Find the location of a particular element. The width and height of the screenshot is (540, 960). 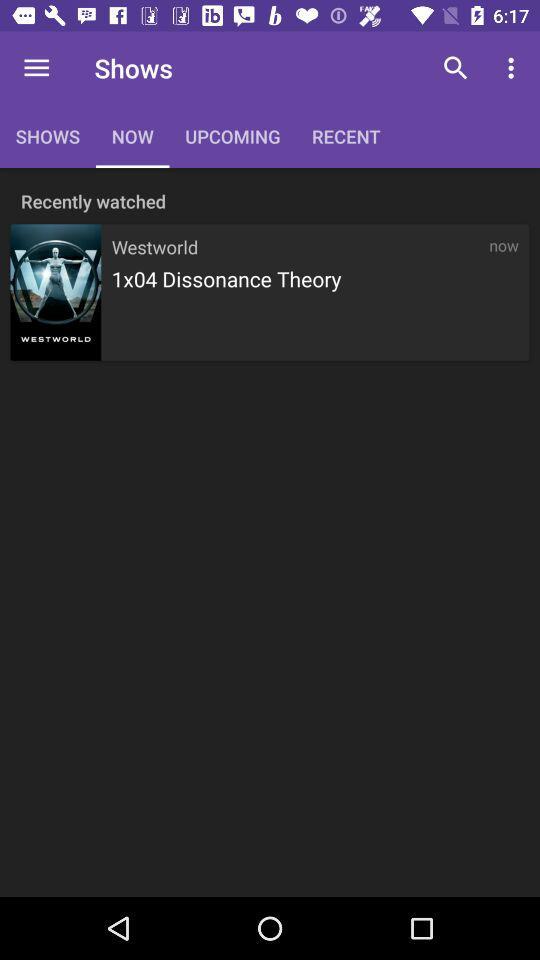

icon to the left of shows is located at coordinates (36, 68).